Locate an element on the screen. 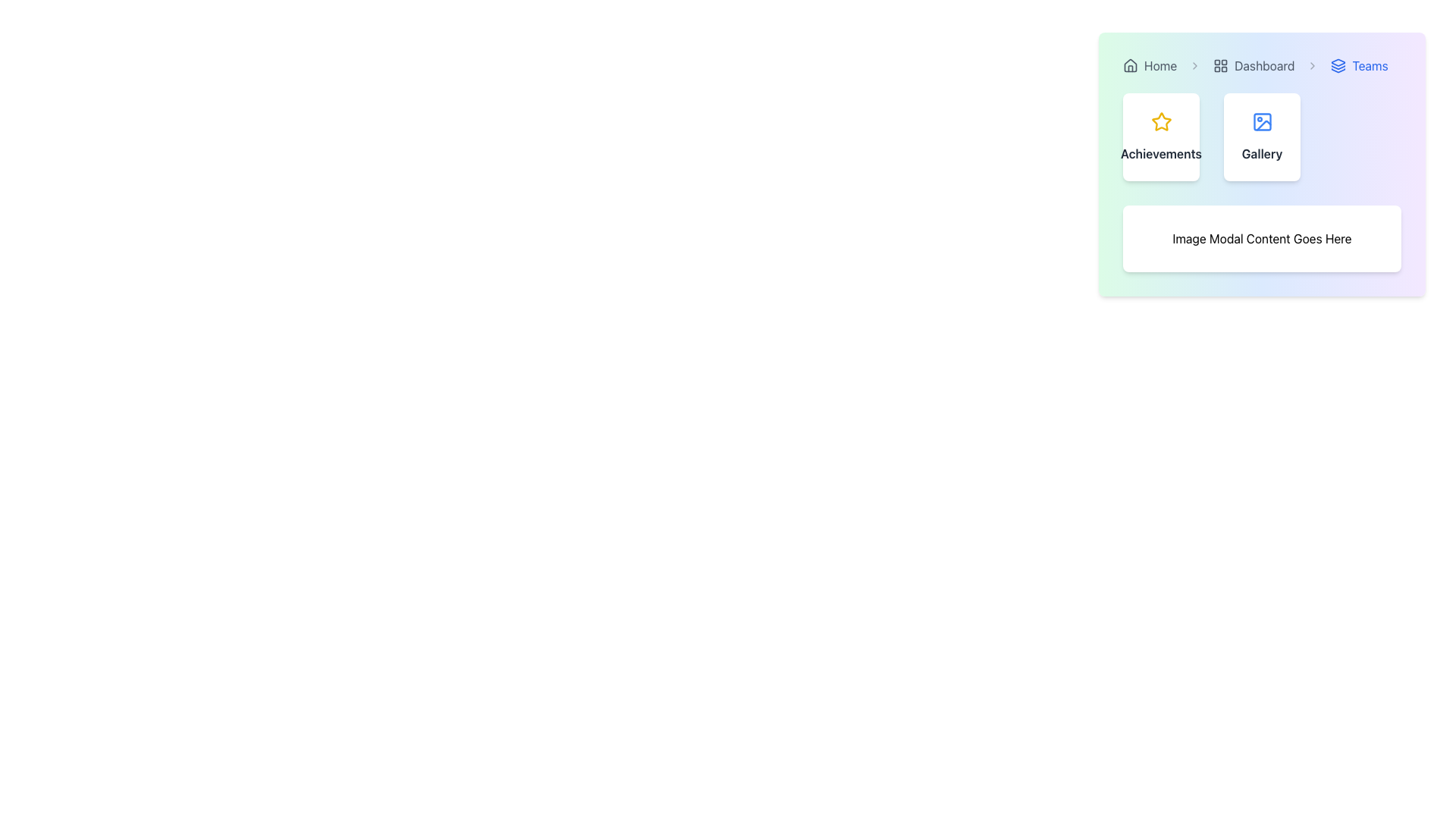 This screenshot has width=1456, height=819. the achievements icon located on the left side of the top-right section of the interface within the 'Achievements' card, which serves as the primary visual for the card is located at coordinates (1160, 121).